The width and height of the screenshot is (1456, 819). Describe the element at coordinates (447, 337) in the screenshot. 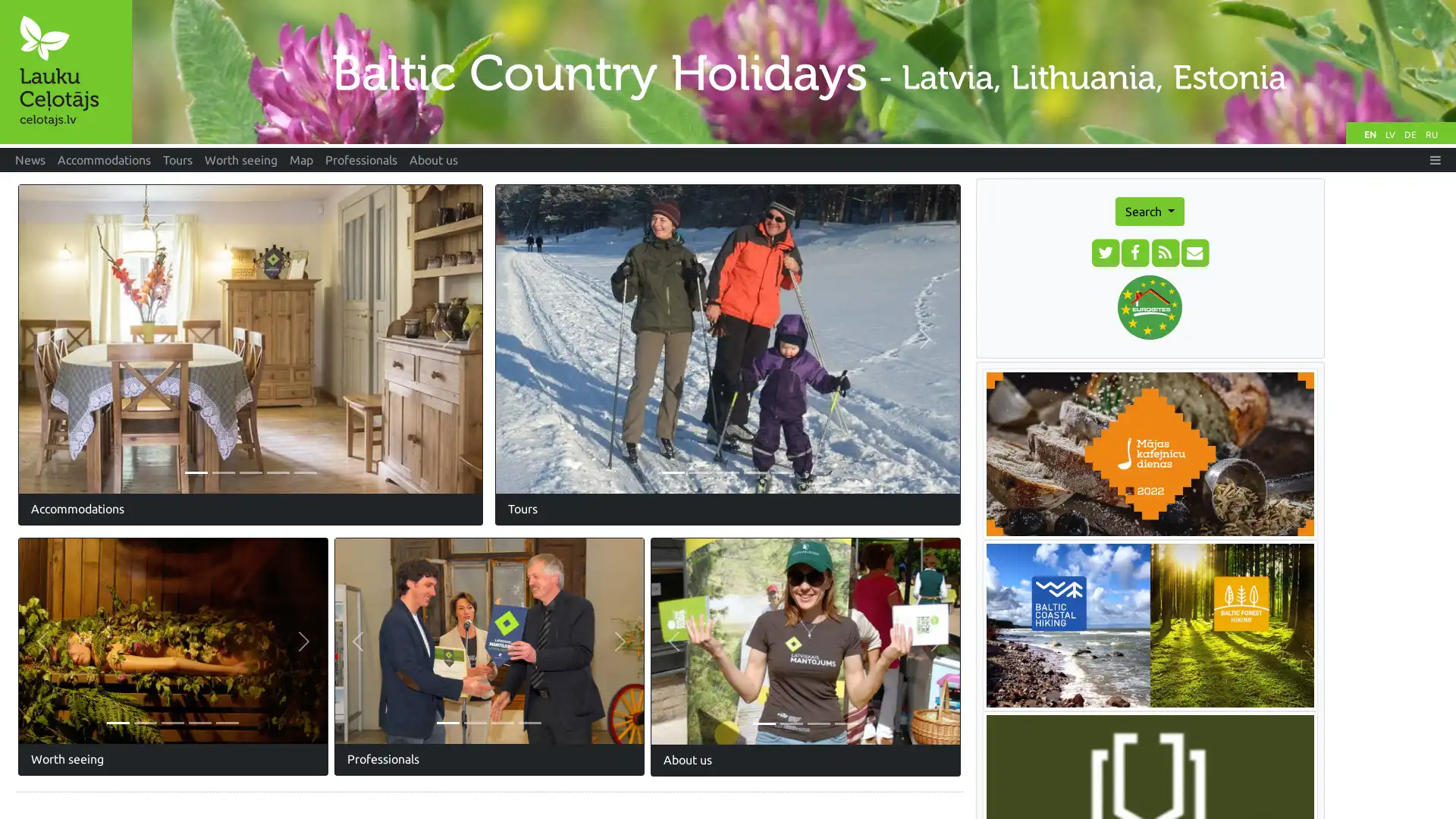

I see `Next` at that location.